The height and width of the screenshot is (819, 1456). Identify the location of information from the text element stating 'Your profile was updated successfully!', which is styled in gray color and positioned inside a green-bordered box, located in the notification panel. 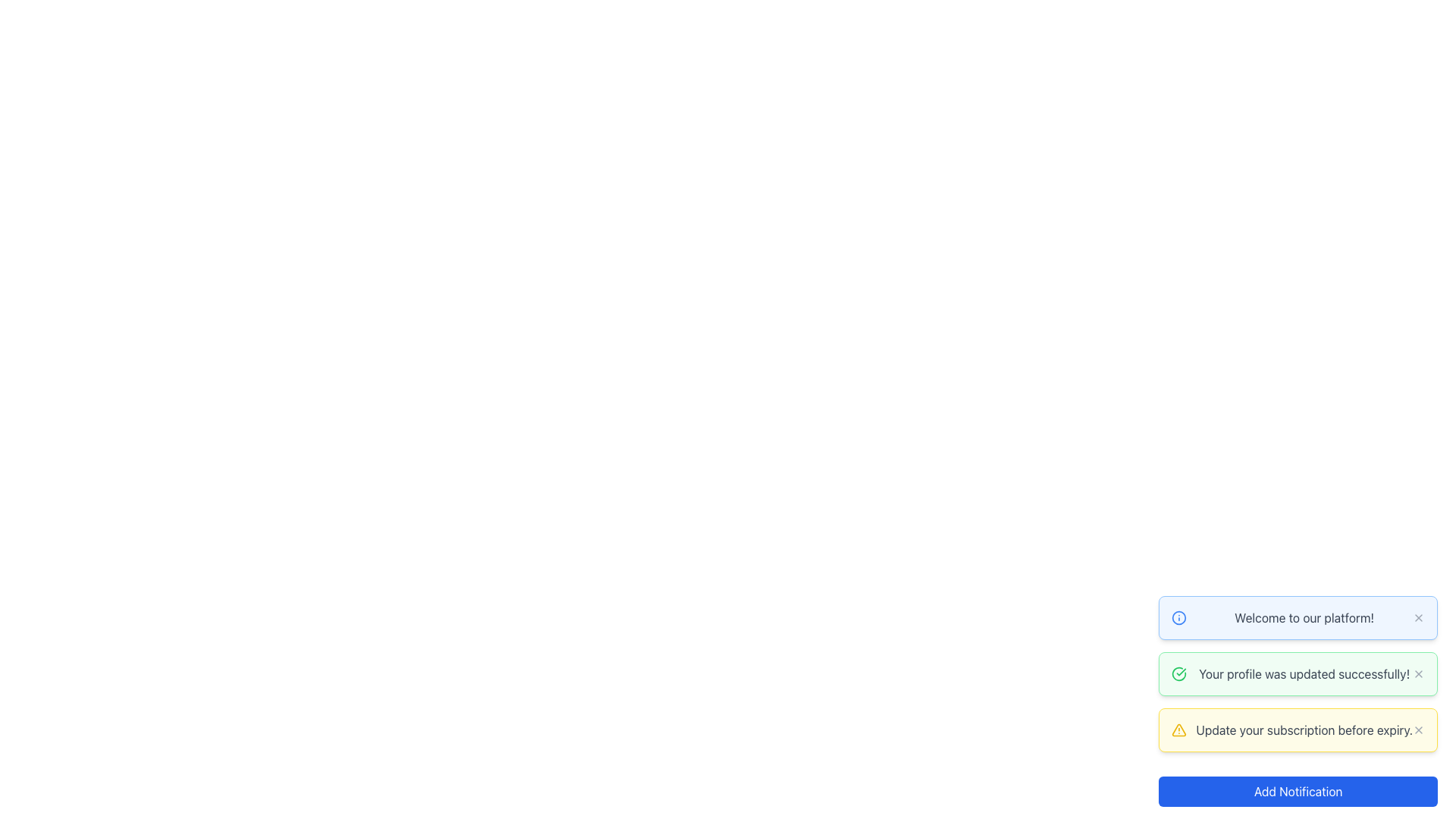
(1304, 673).